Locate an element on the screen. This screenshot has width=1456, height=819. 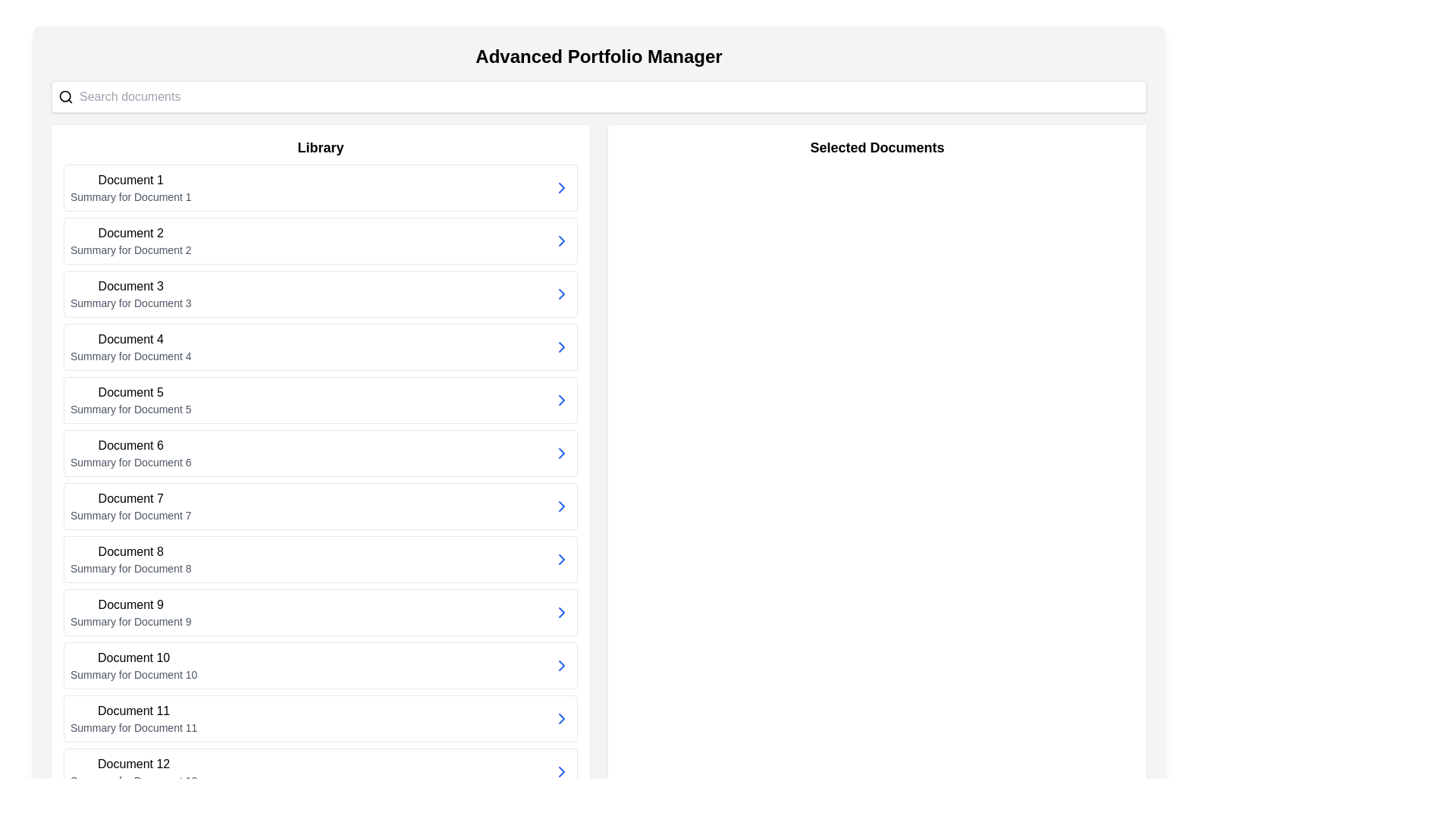
the List item representing 'Document 12' in the Library section is located at coordinates (133, 772).